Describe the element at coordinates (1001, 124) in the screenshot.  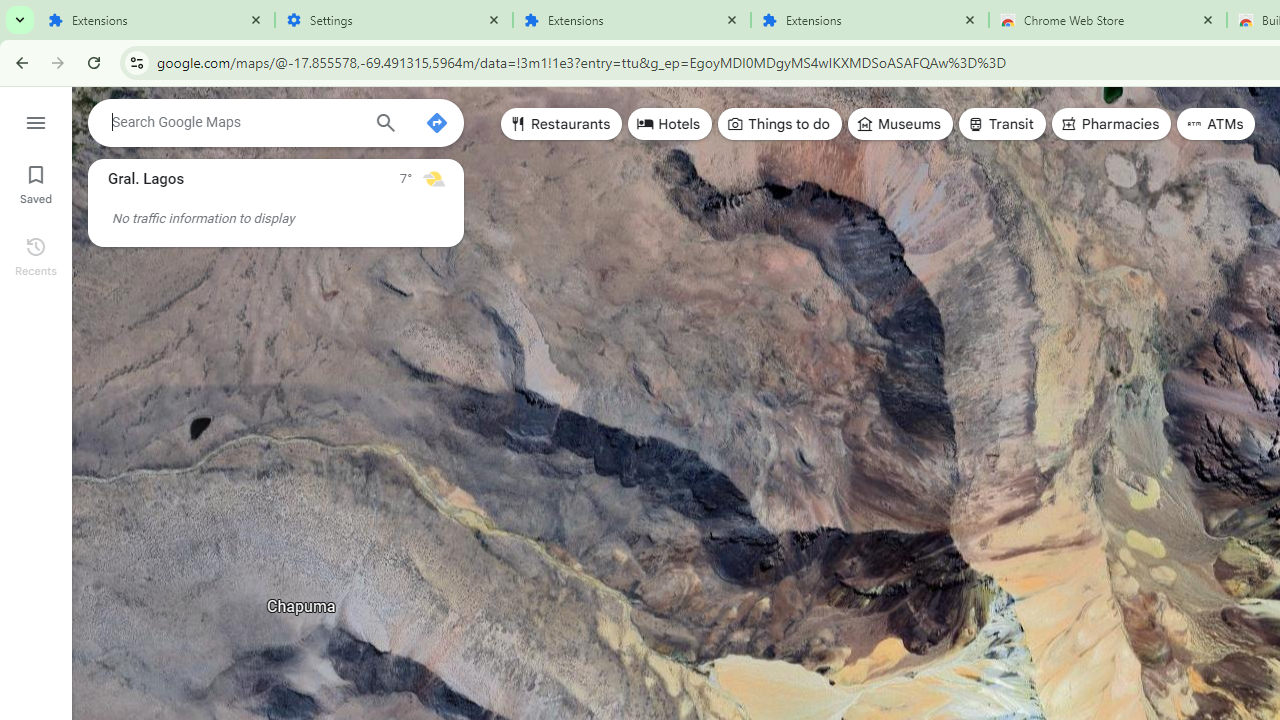
I see `'Transit'` at that location.